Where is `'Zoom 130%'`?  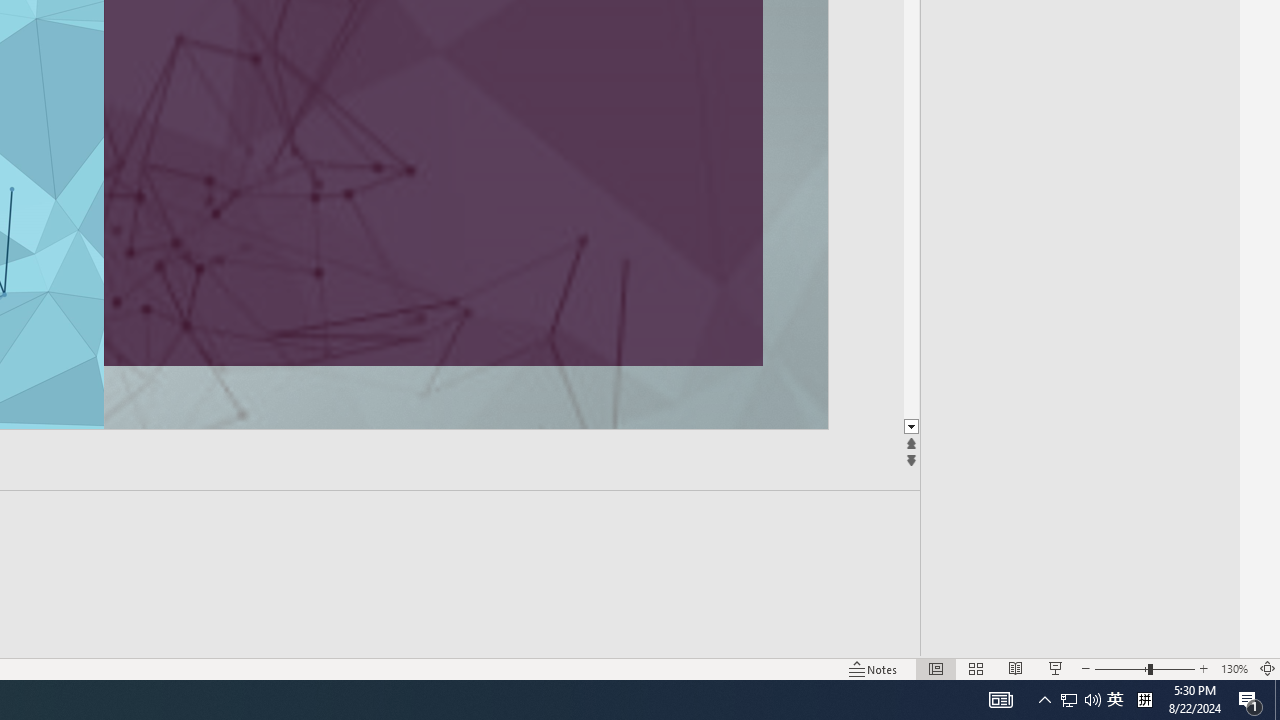
'Zoom 130%' is located at coordinates (1233, 669).